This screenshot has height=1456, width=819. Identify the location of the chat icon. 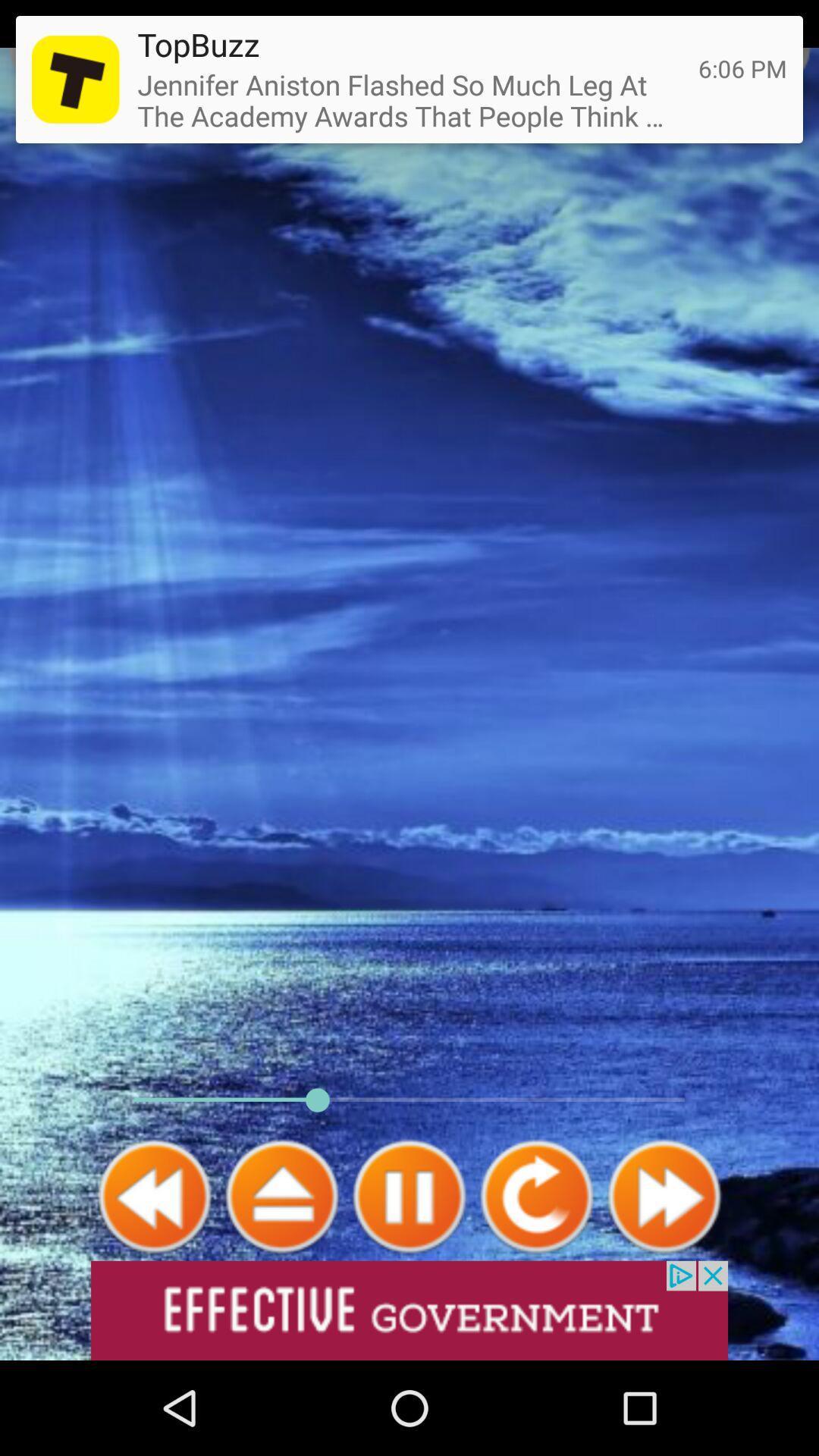
(771, 51).